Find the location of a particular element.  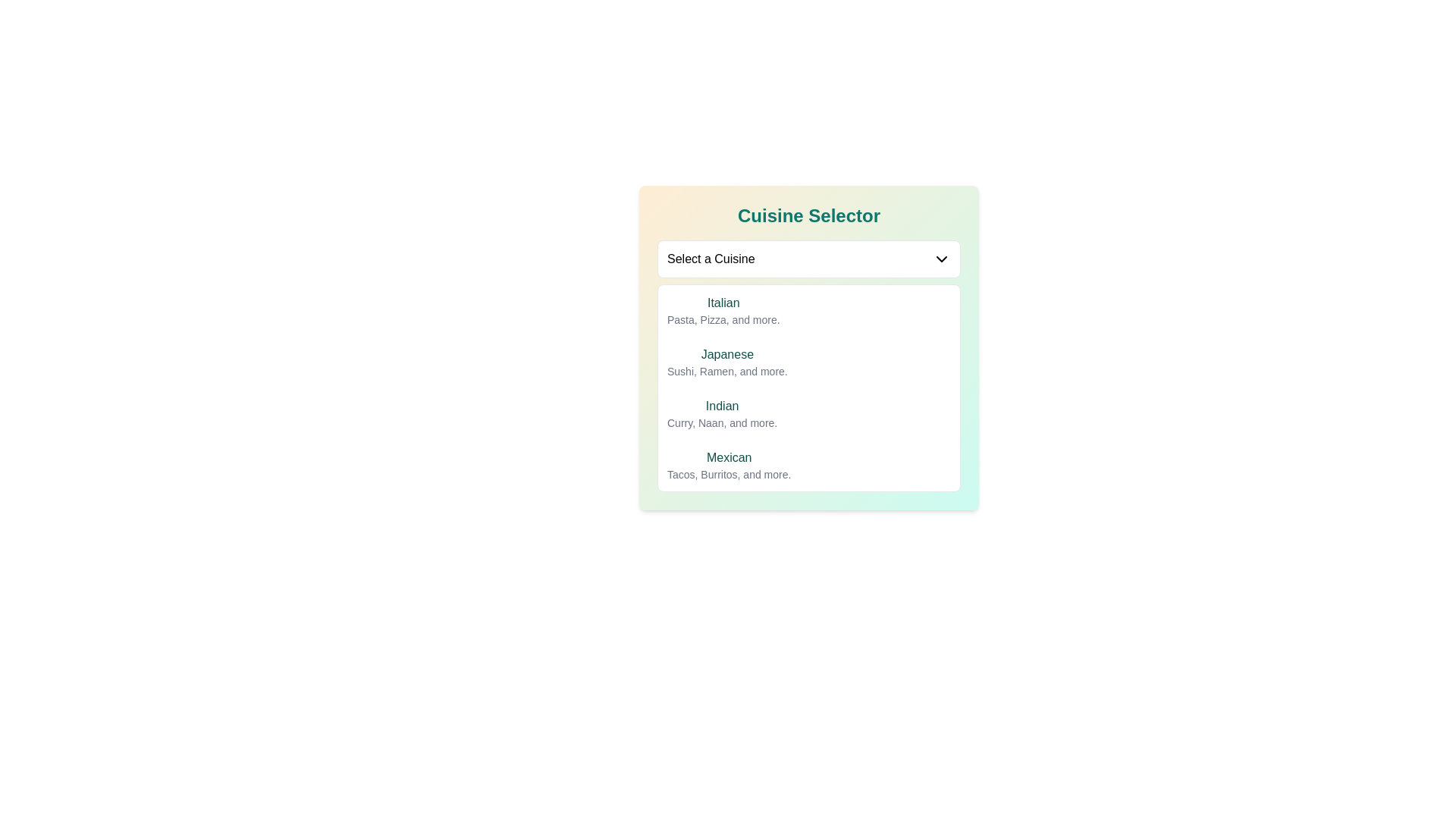

the Dropdown Menu labeled 'Select a Cuisine' is located at coordinates (808, 259).